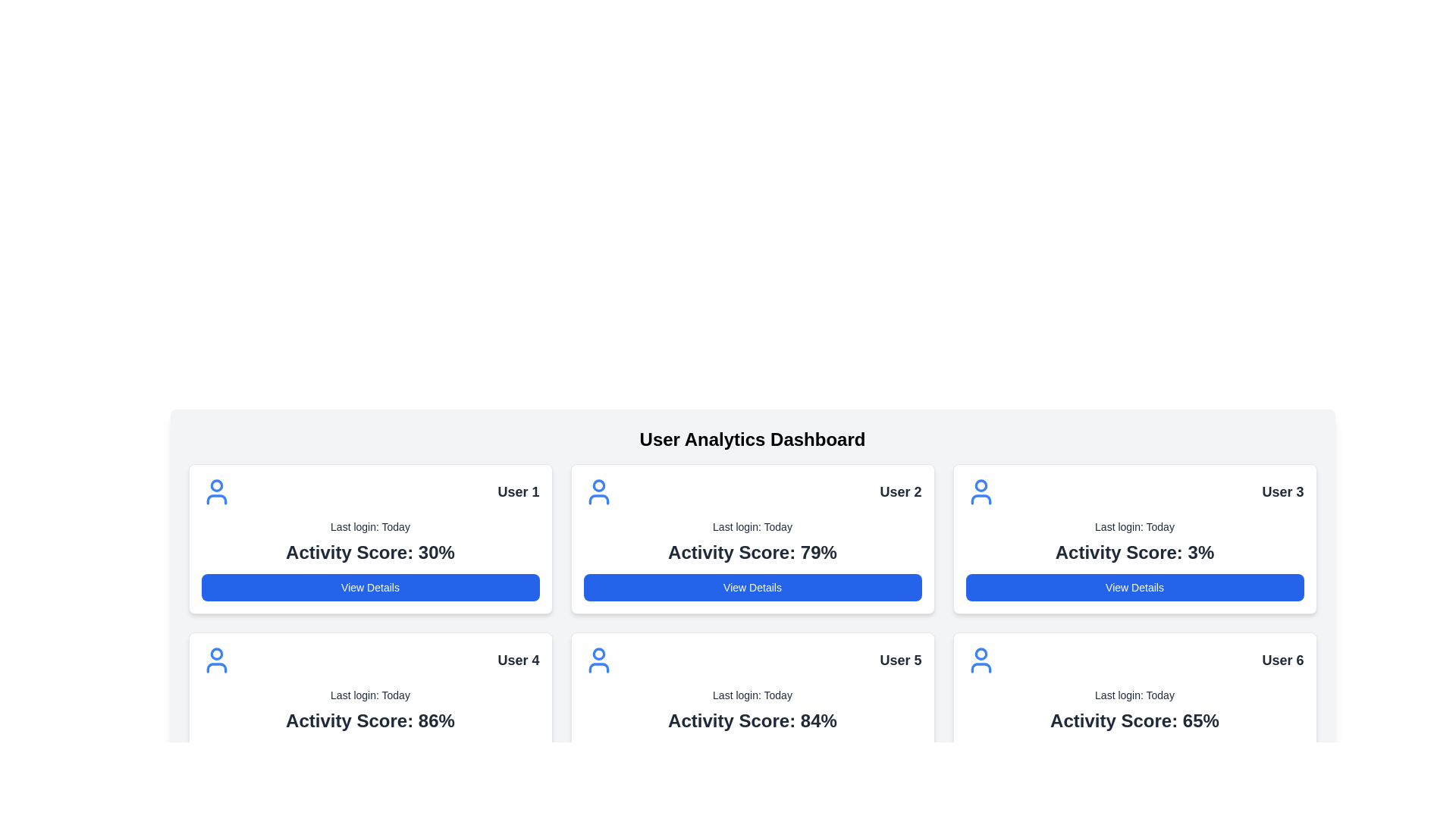 Image resolution: width=1456 pixels, height=819 pixels. I want to click on the visual decoration element within the user icon for 'User 4' located in the second row and first column of the user dashboard, which symbolizes user identity or profile representation, so click(215, 667).